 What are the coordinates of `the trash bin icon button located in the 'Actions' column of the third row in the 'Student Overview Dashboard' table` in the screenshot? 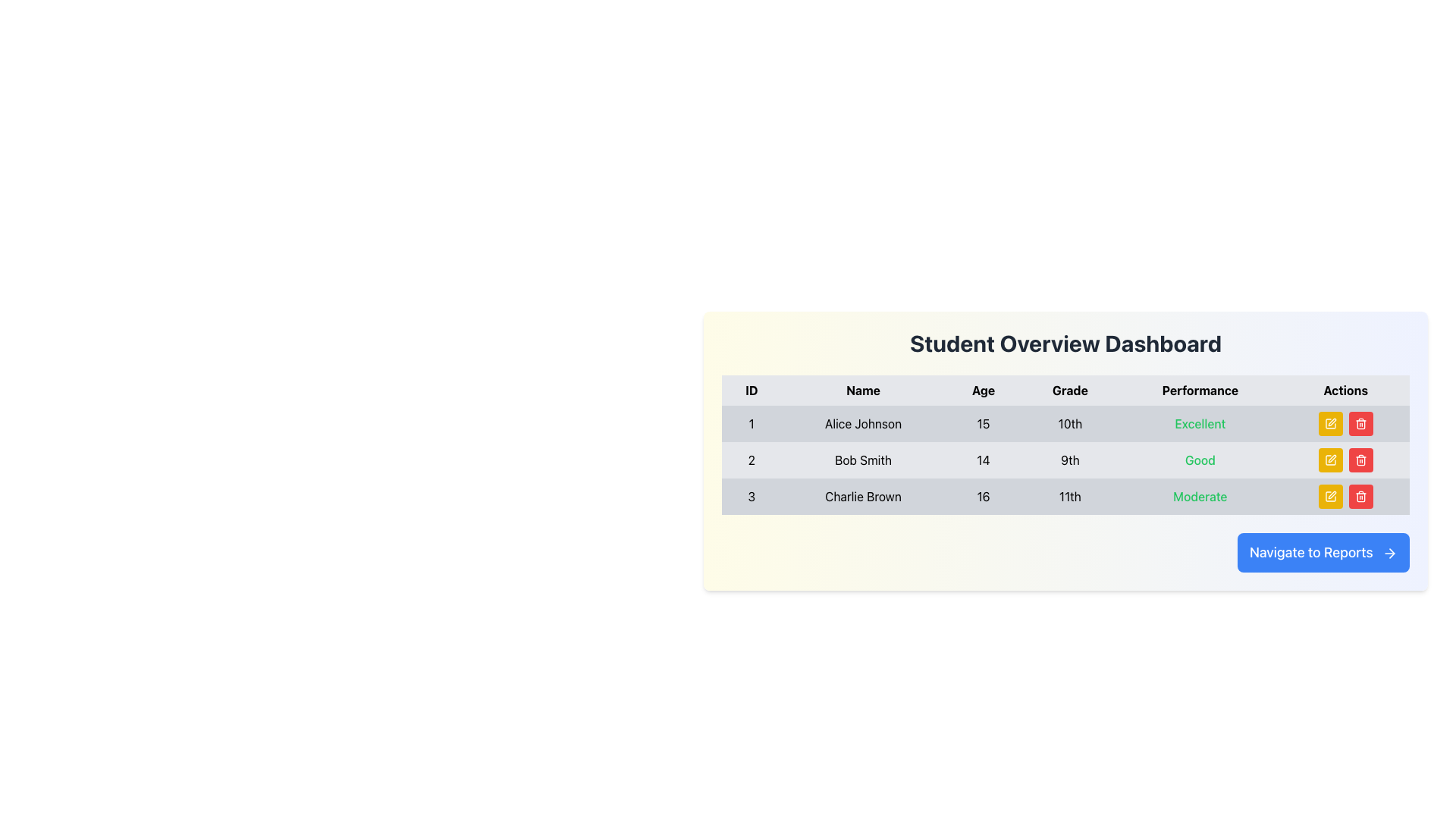 It's located at (1360, 497).